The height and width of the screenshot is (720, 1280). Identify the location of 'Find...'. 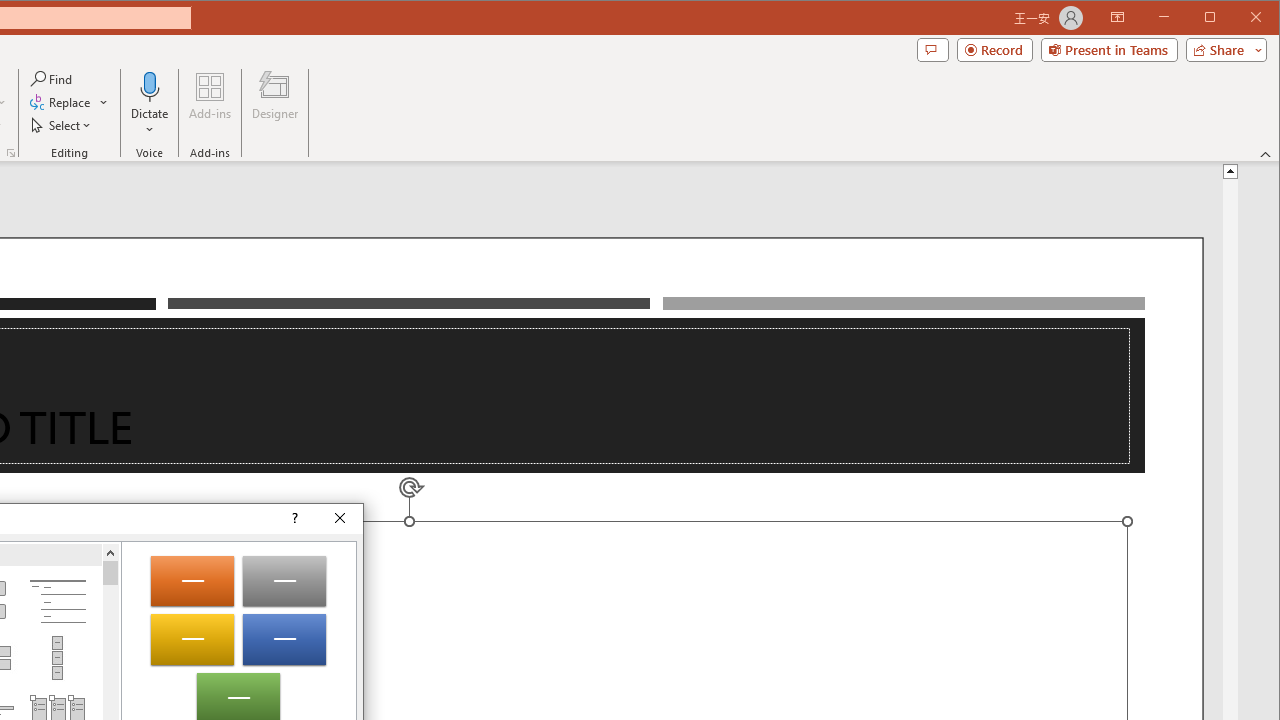
(53, 78).